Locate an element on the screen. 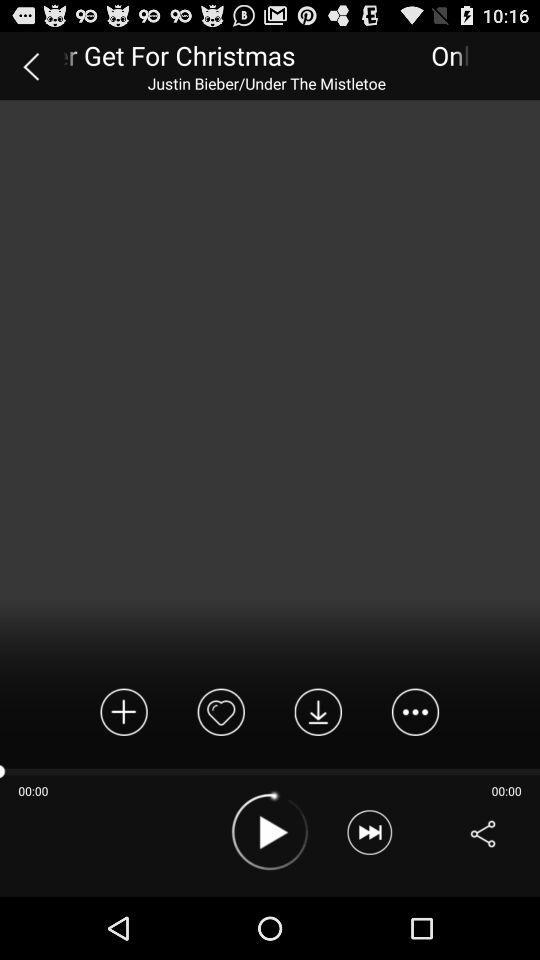 Image resolution: width=540 pixels, height=960 pixels. the arrow_backward icon is located at coordinates (30, 70).